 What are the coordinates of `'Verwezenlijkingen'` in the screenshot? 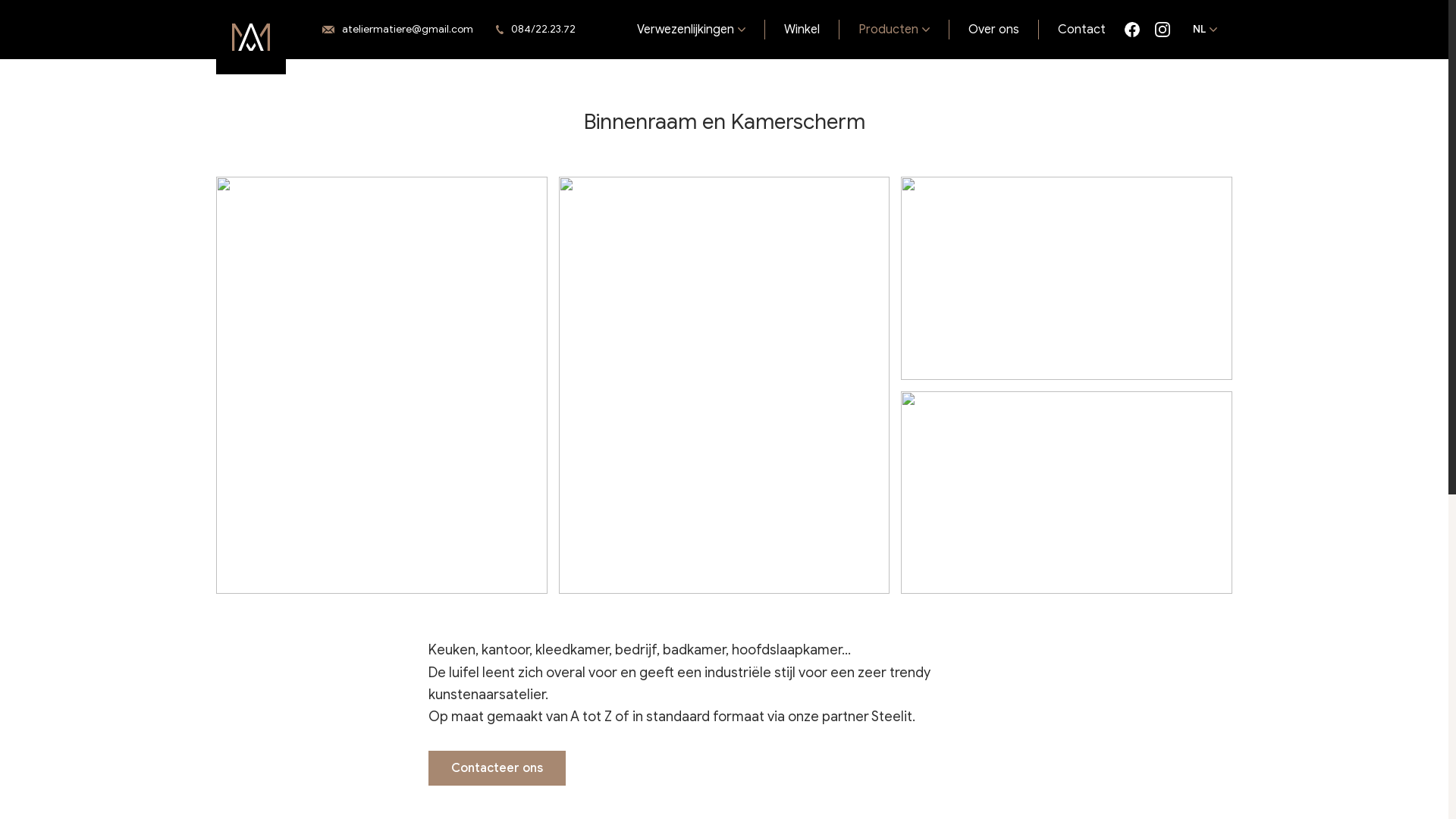 It's located at (691, 29).